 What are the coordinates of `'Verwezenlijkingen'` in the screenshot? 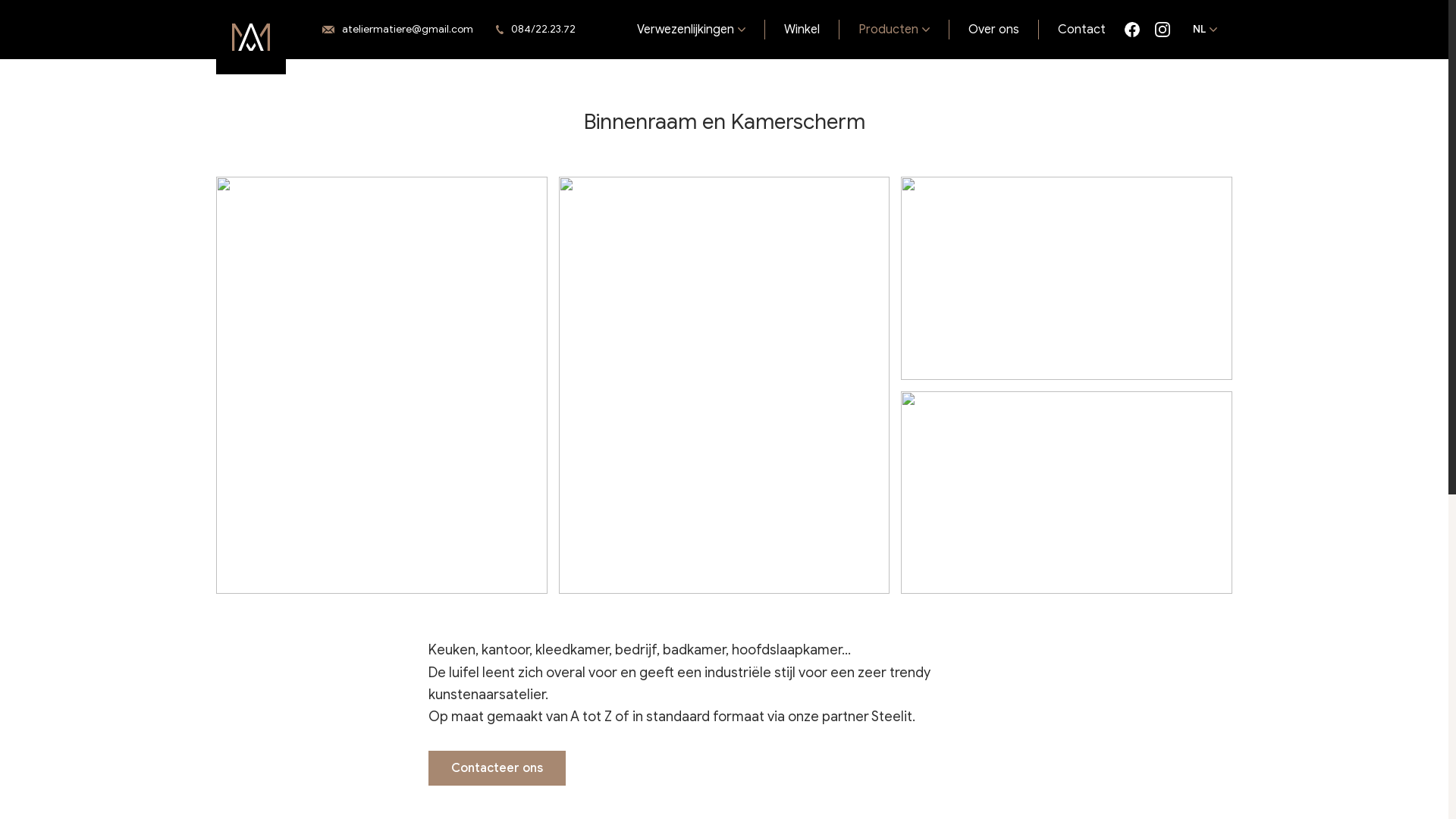 It's located at (691, 29).